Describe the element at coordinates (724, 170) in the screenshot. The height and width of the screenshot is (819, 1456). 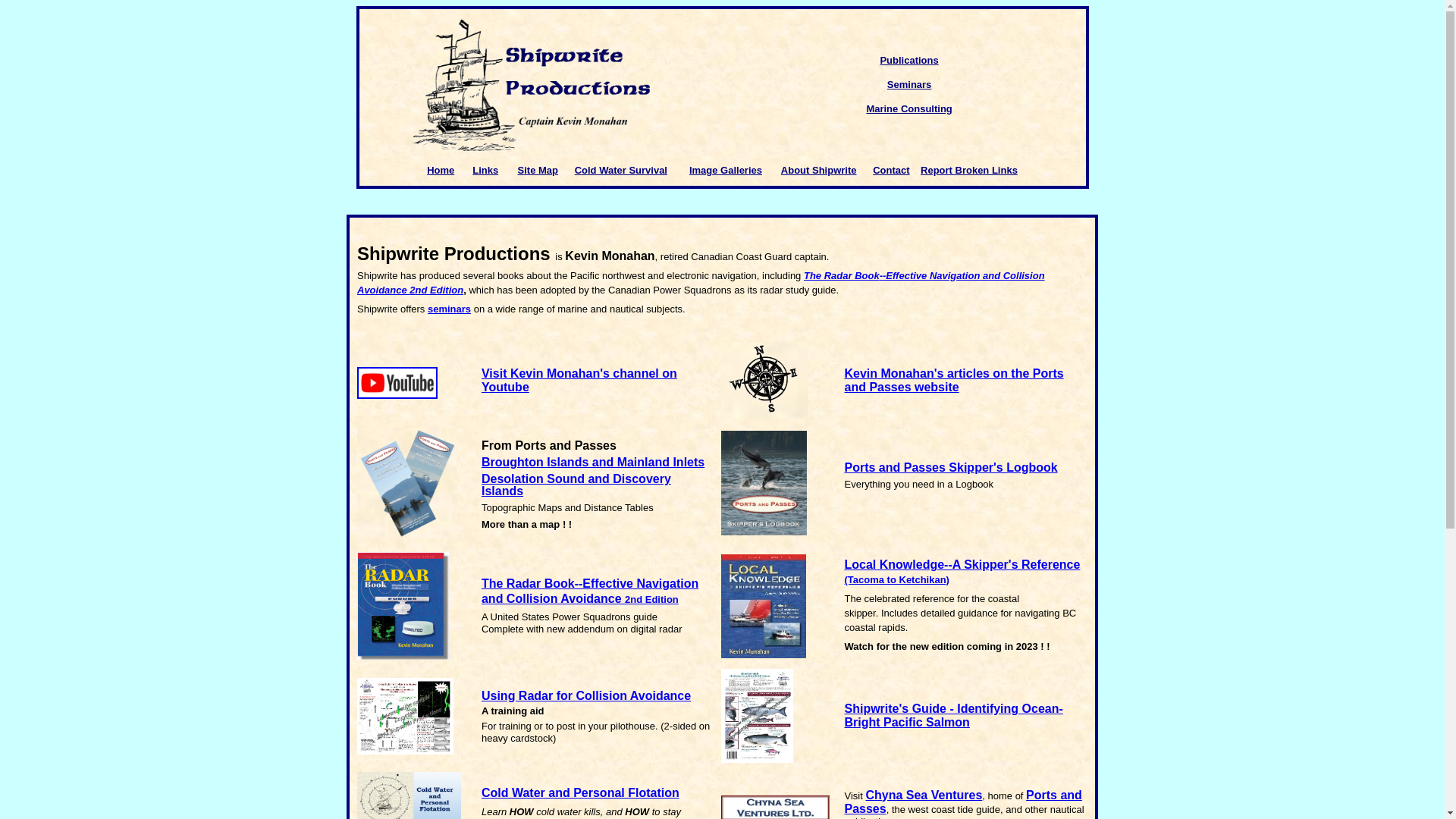
I see `'Image Galleries'` at that location.